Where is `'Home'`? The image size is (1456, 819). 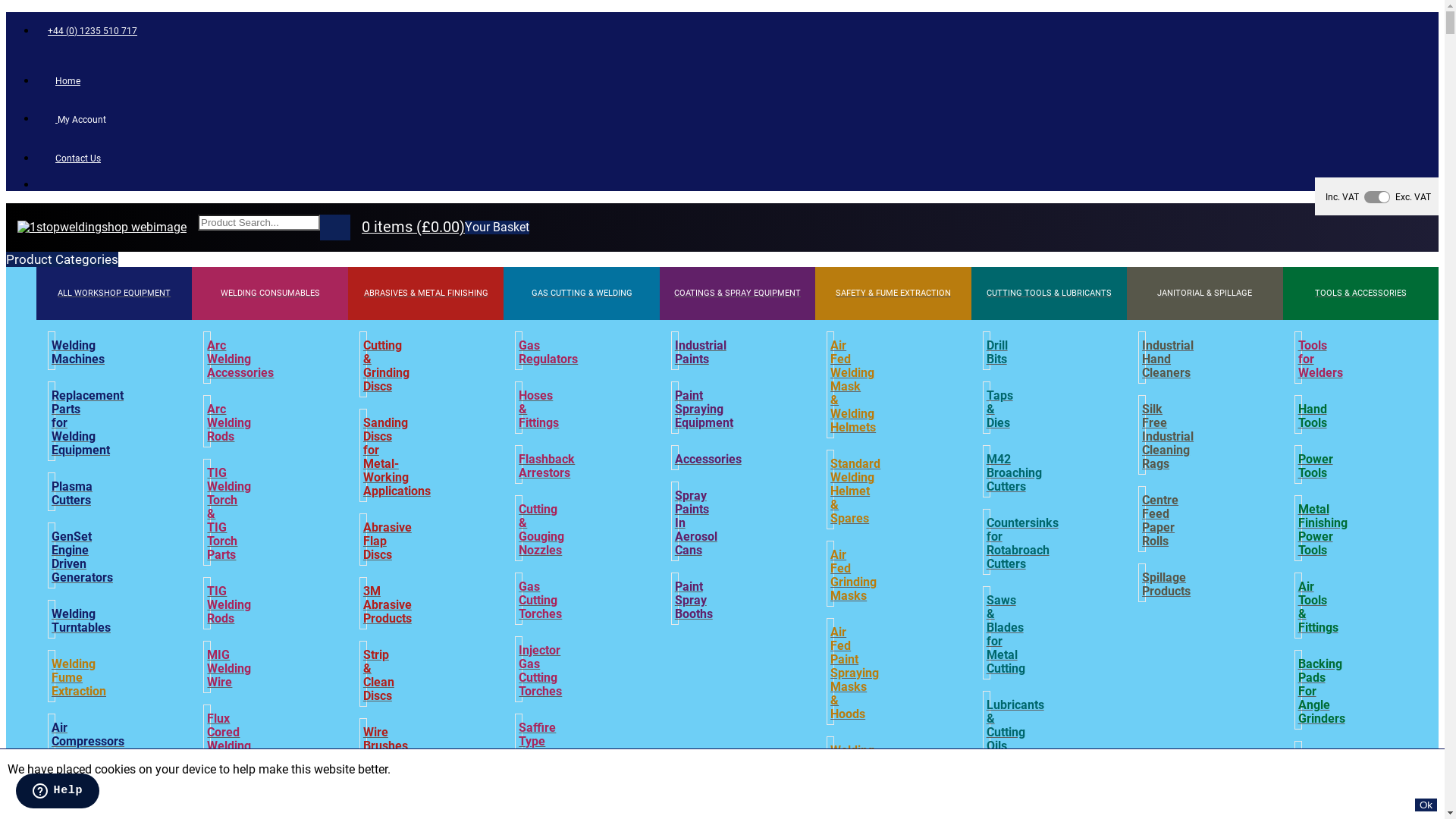 'Home' is located at coordinates (36, 80).